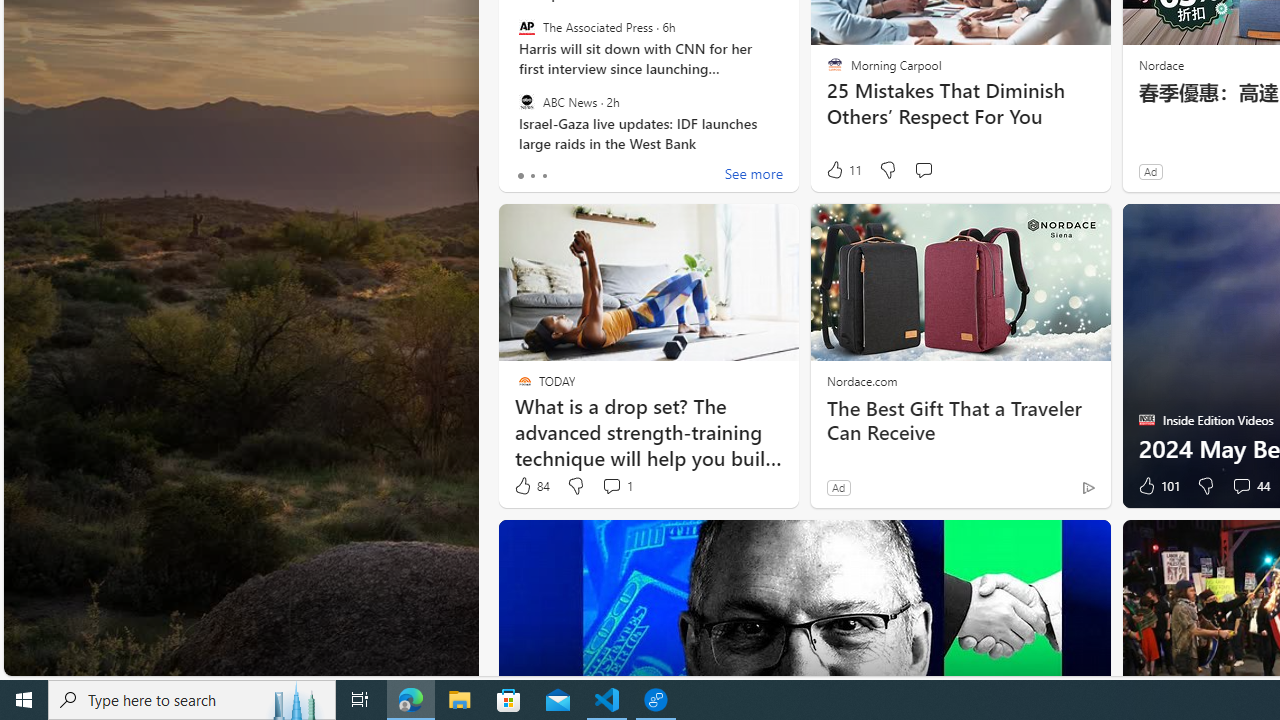 The width and height of the screenshot is (1280, 720). Describe the element at coordinates (1157, 486) in the screenshot. I see `'101 Like'` at that location.